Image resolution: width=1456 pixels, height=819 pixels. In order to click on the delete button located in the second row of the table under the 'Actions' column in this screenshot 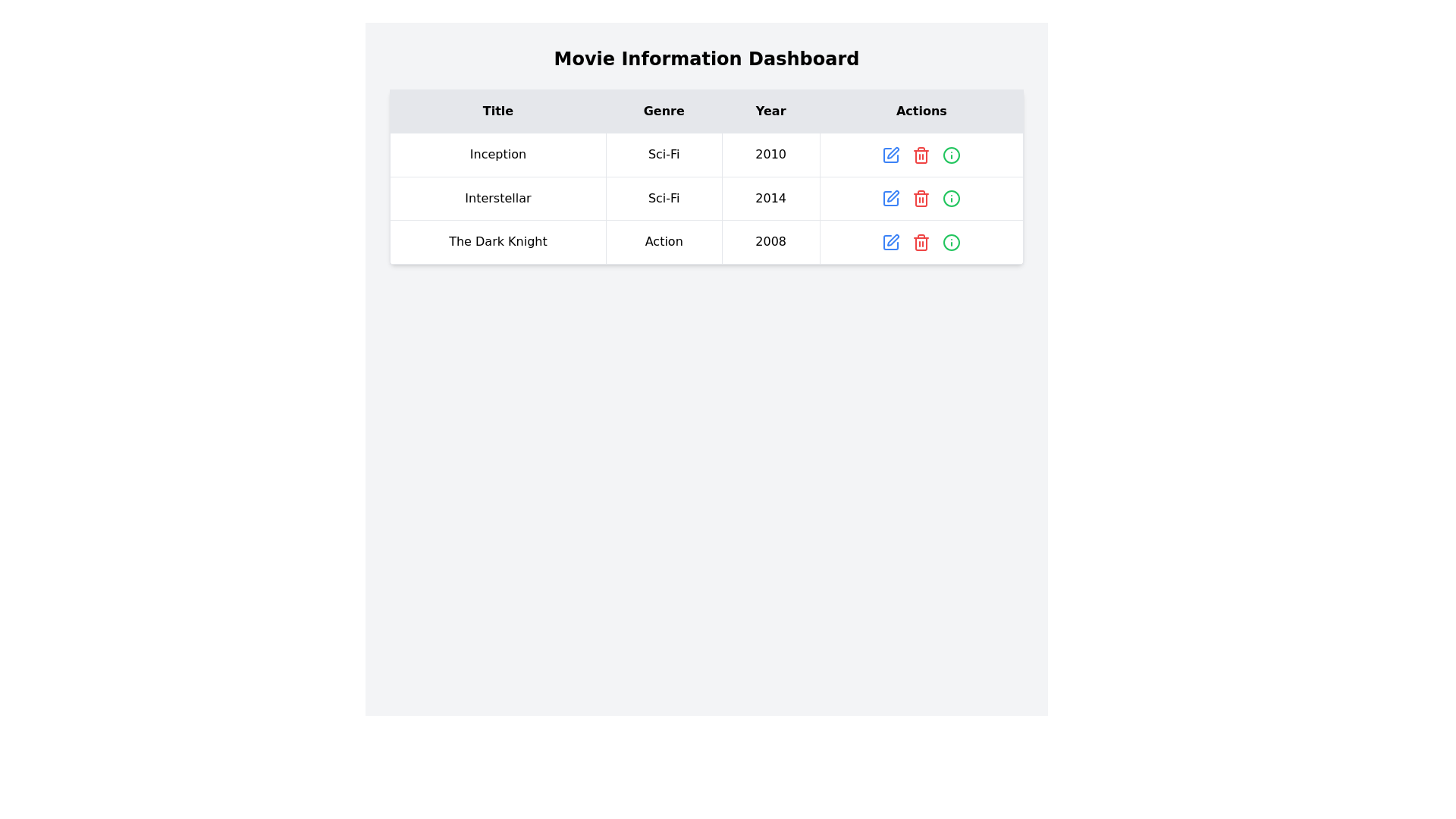, I will do `click(921, 197)`.